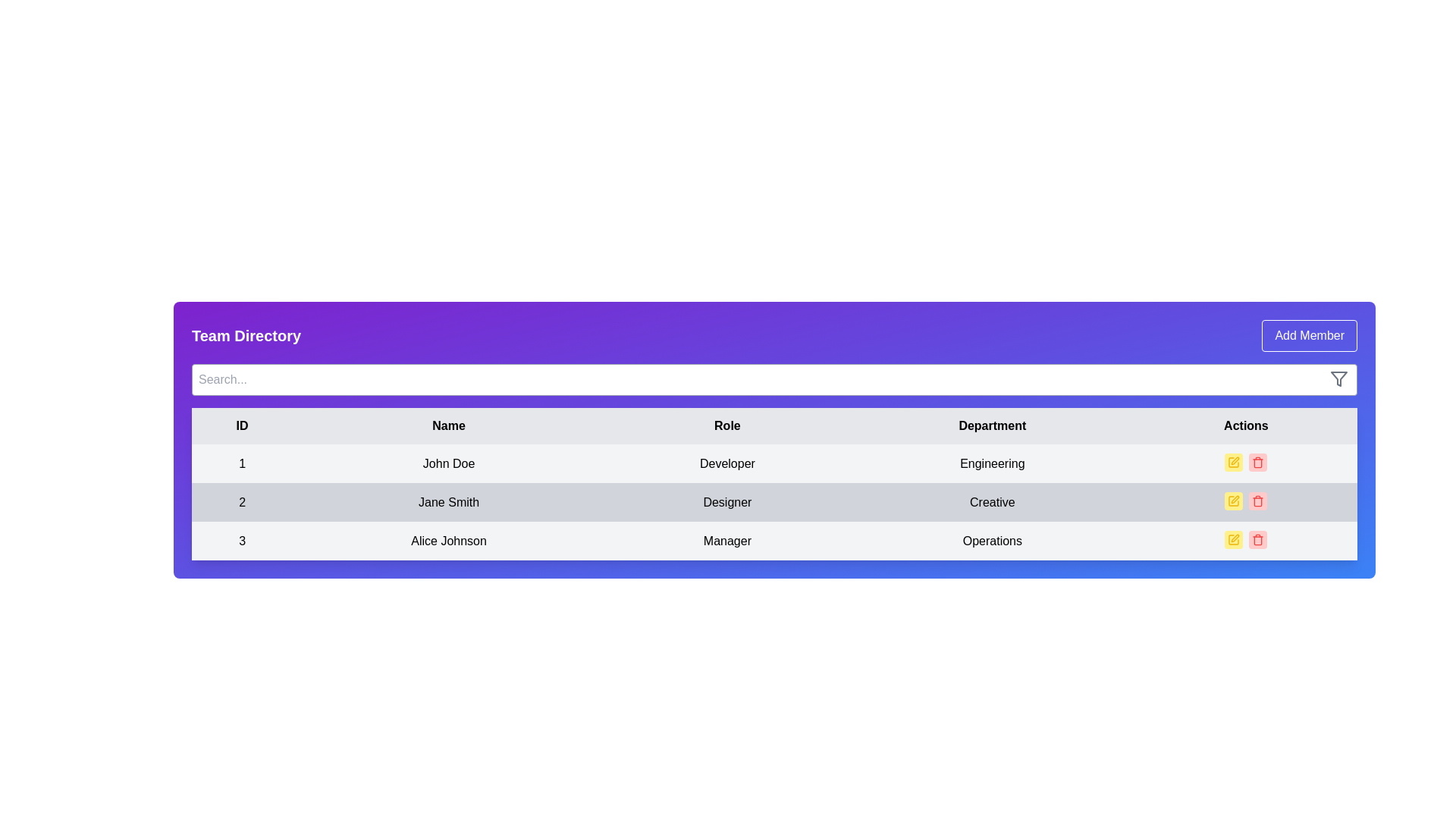 Image resolution: width=1456 pixels, height=819 pixels. I want to click on the static text label displaying 'Operations', which is located in the fourth column of the third row under the 'Department' header, so click(992, 540).